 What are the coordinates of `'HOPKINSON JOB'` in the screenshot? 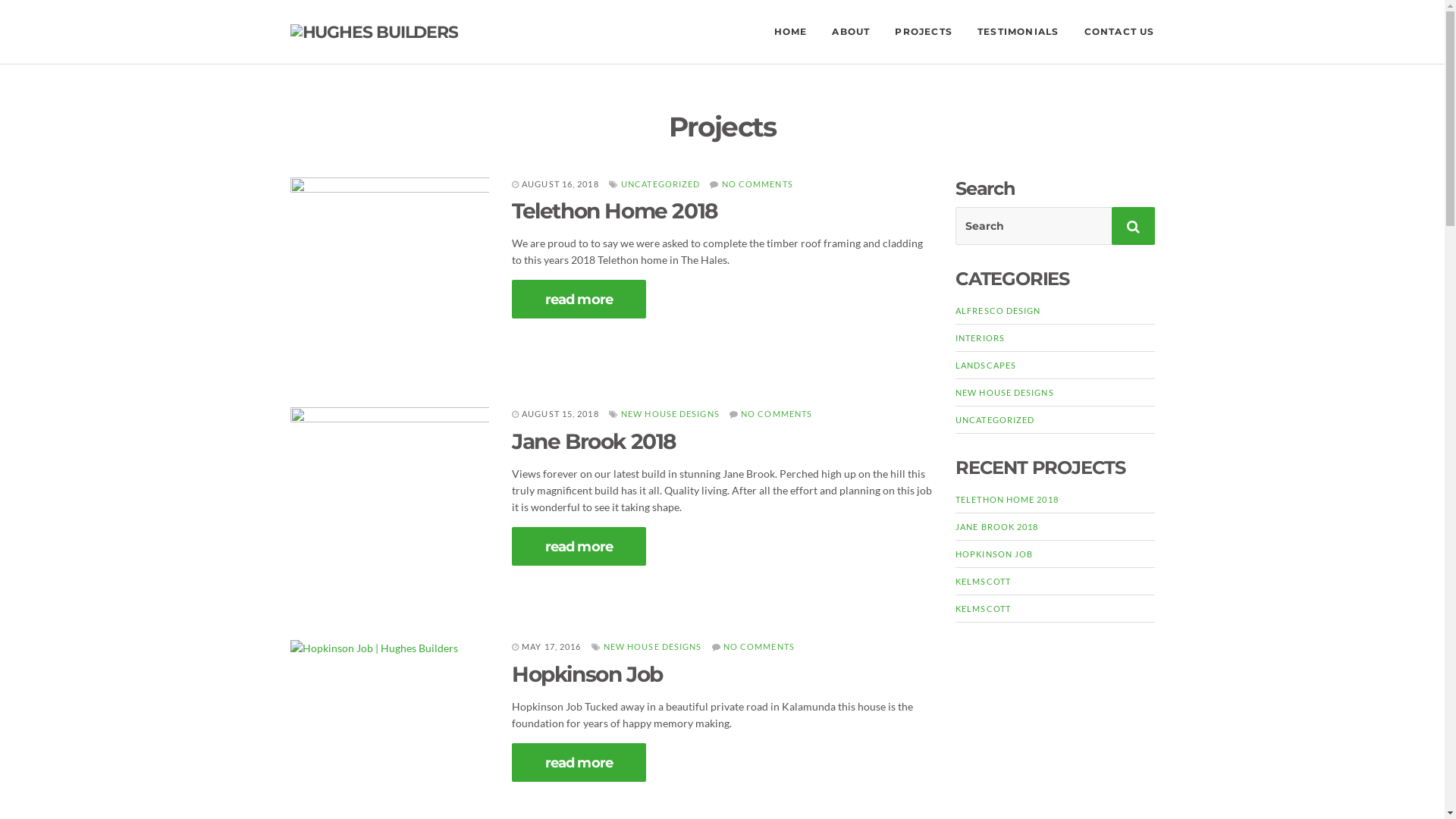 It's located at (954, 554).